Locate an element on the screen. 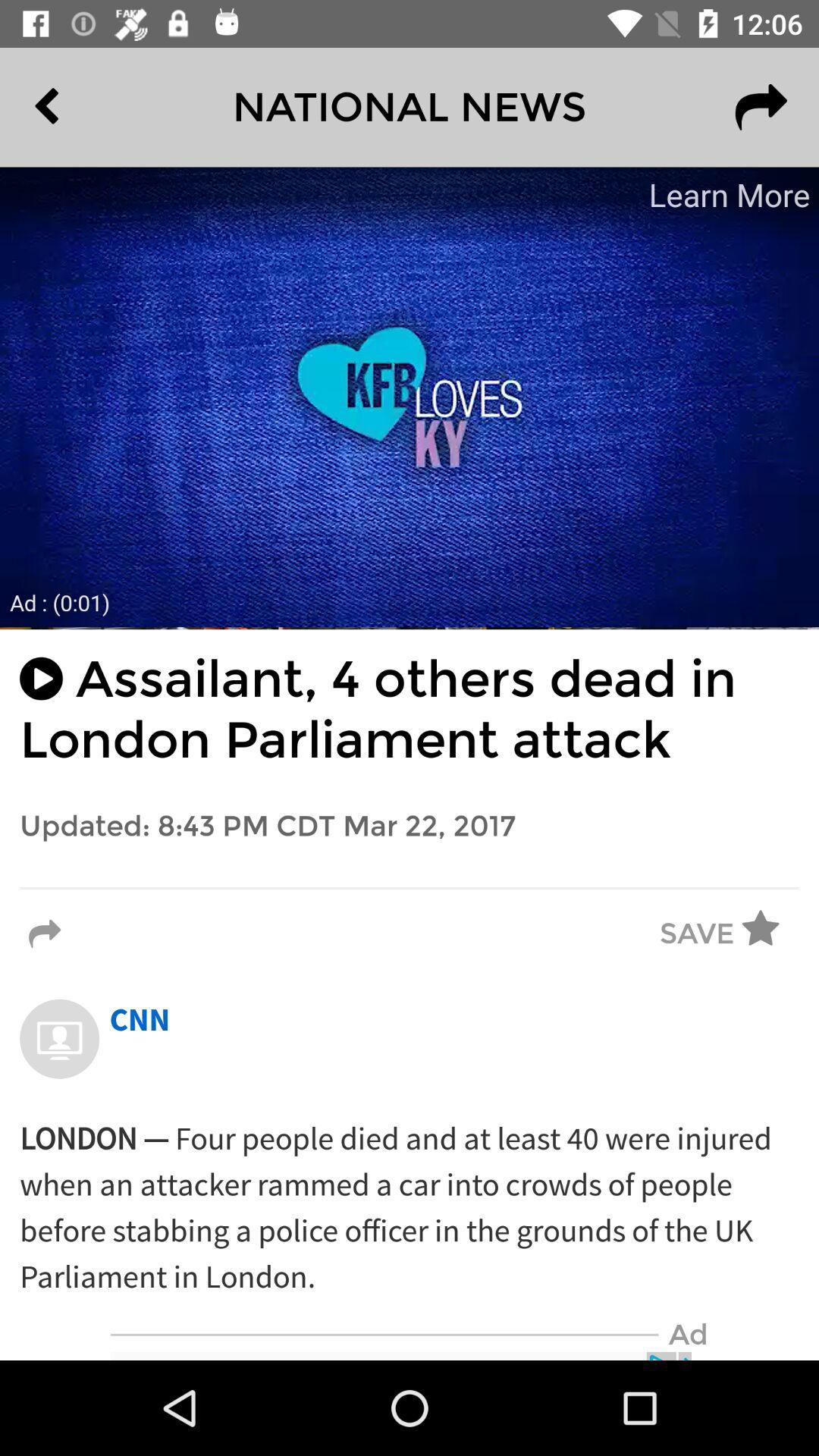 The image size is (819, 1456). the cnn item is located at coordinates (140, 1021).